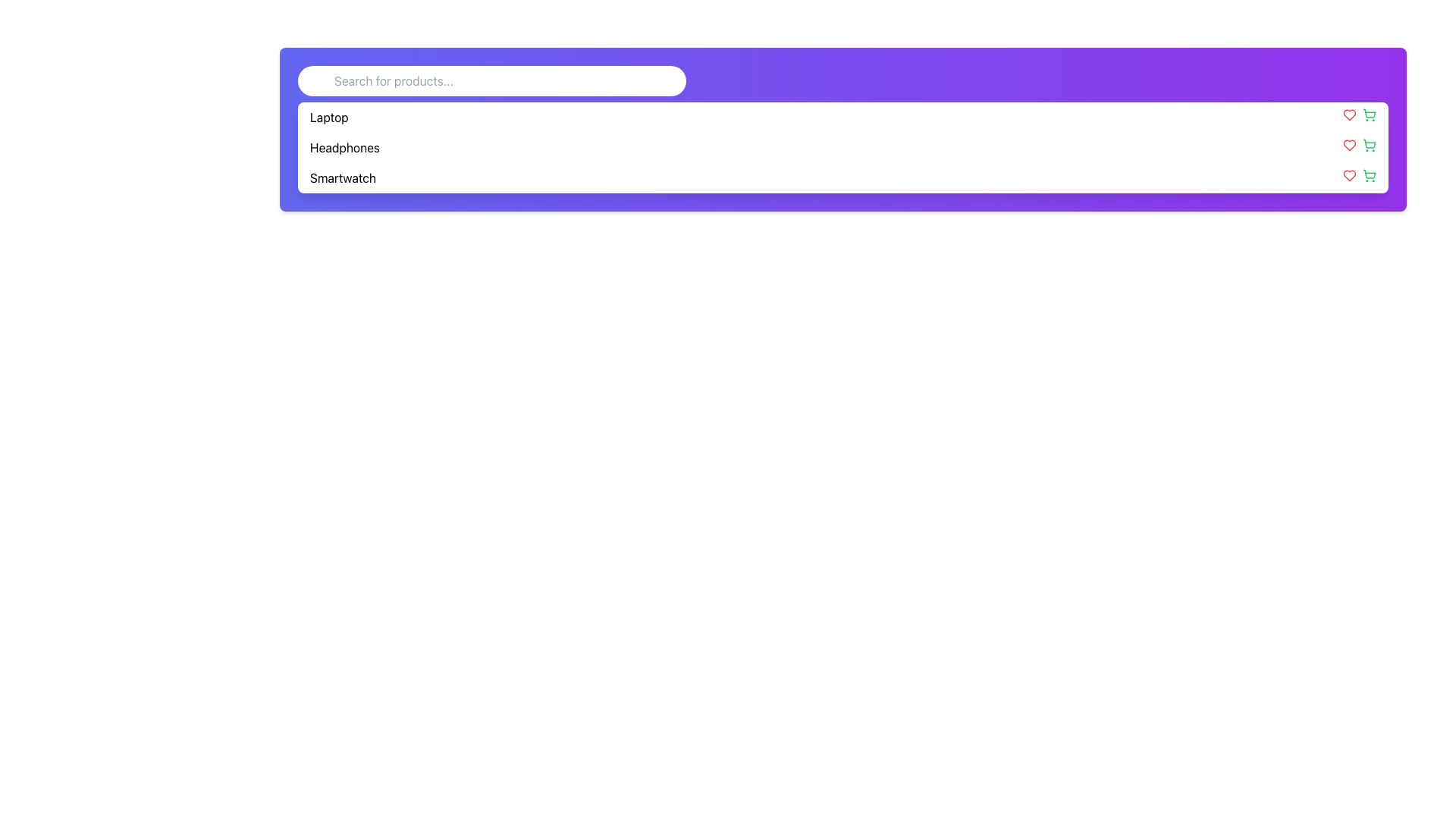 This screenshot has width=1456, height=819. Describe the element at coordinates (1350, 146) in the screenshot. I see `the heart icon located to the far right of the middle list item 'Headphones' to mark an item as a favorite` at that location.